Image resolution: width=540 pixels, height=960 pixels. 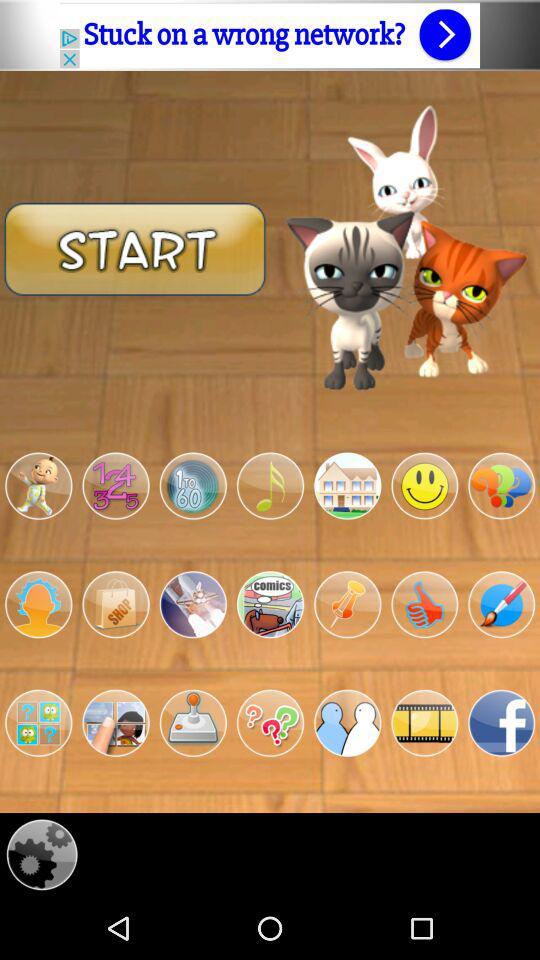 What do you see at coordinates (135, 247) in the screenshot?
I see `start button` at bounding box center [135, 247].